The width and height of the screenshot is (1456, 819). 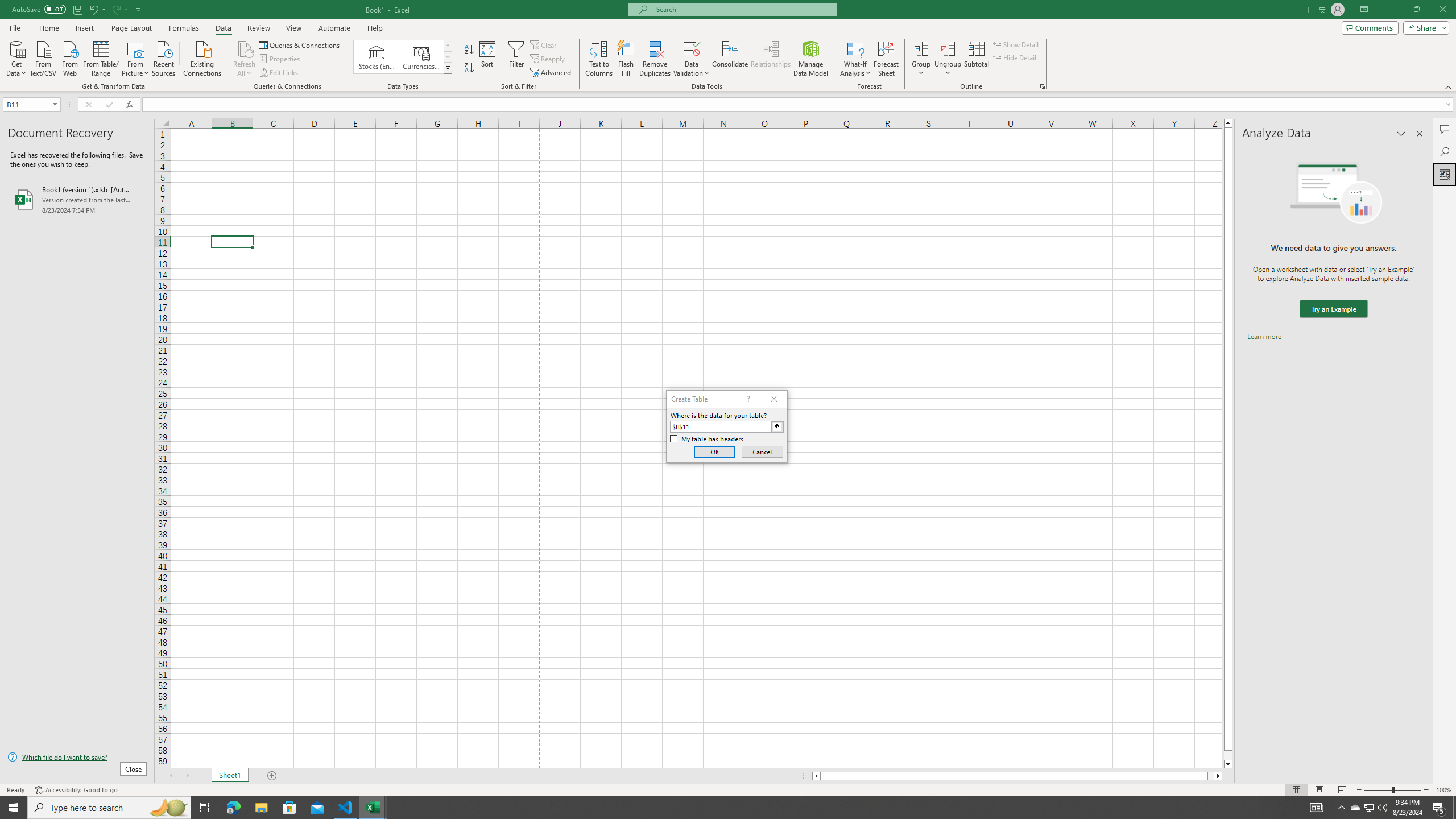 I want to click on 'Sort A to Z', so click(x=469, y=49).